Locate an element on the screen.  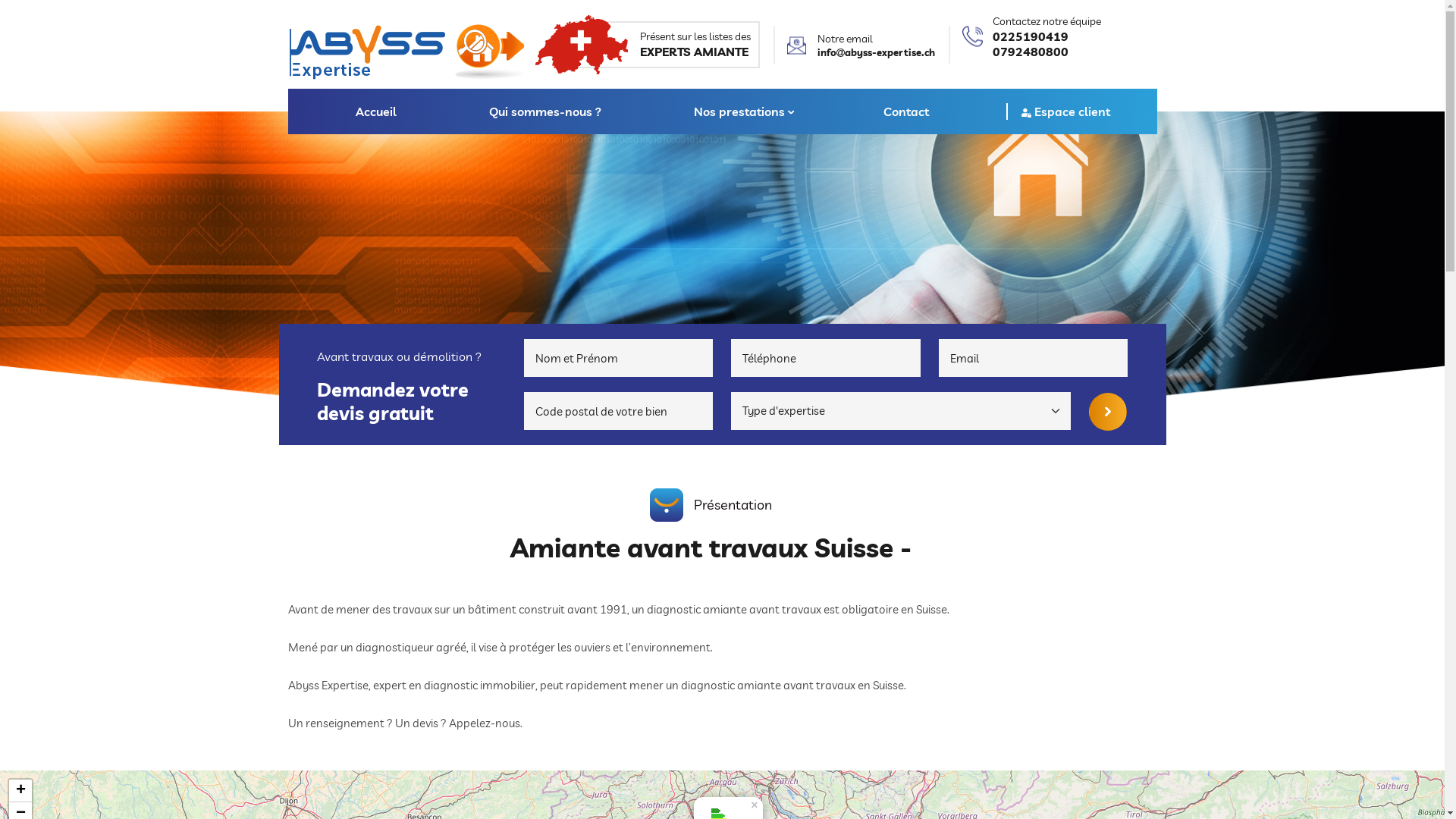
'Espace client' is located at coordinates (1065, 110).